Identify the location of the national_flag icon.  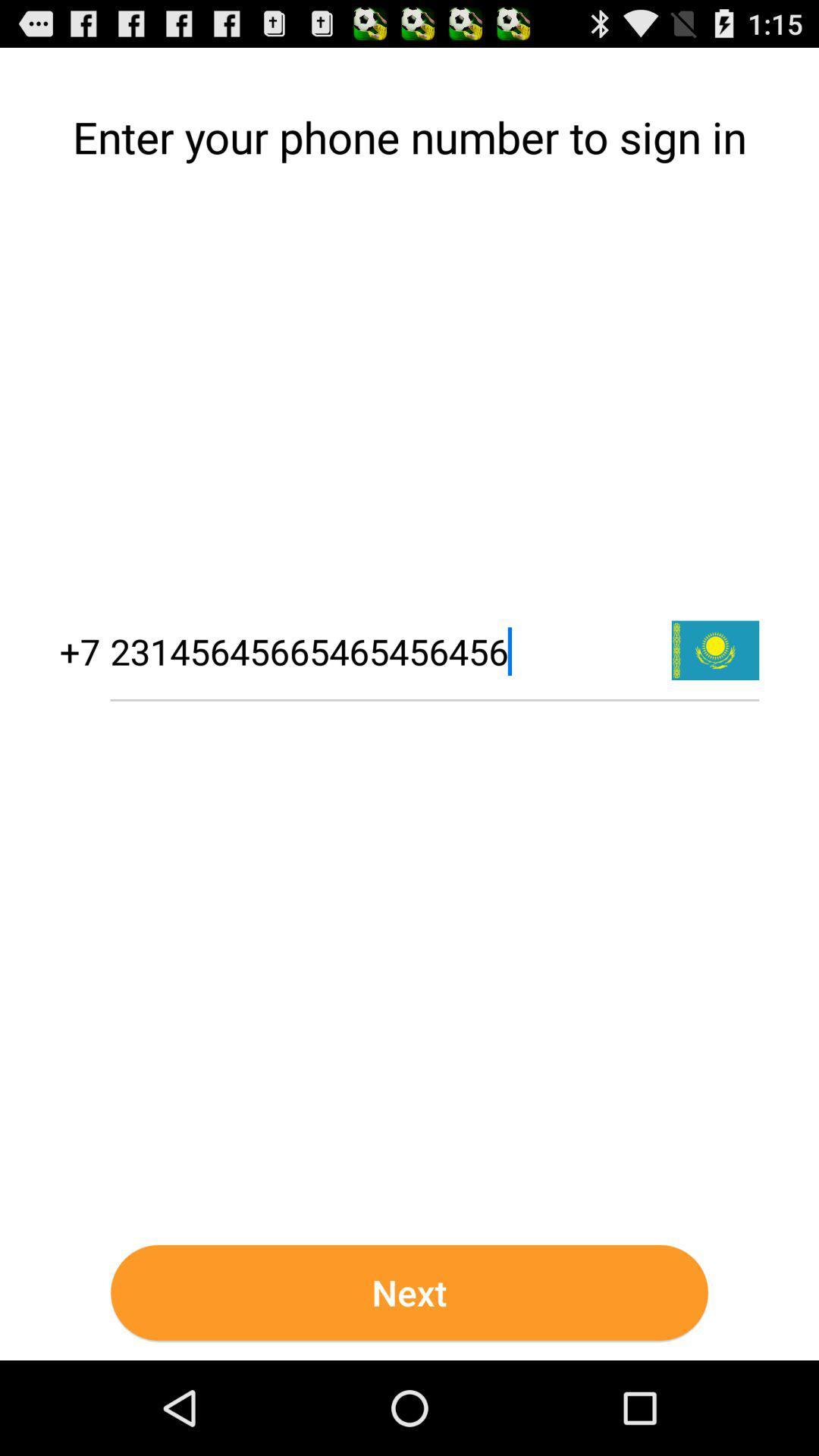
(715, 701).